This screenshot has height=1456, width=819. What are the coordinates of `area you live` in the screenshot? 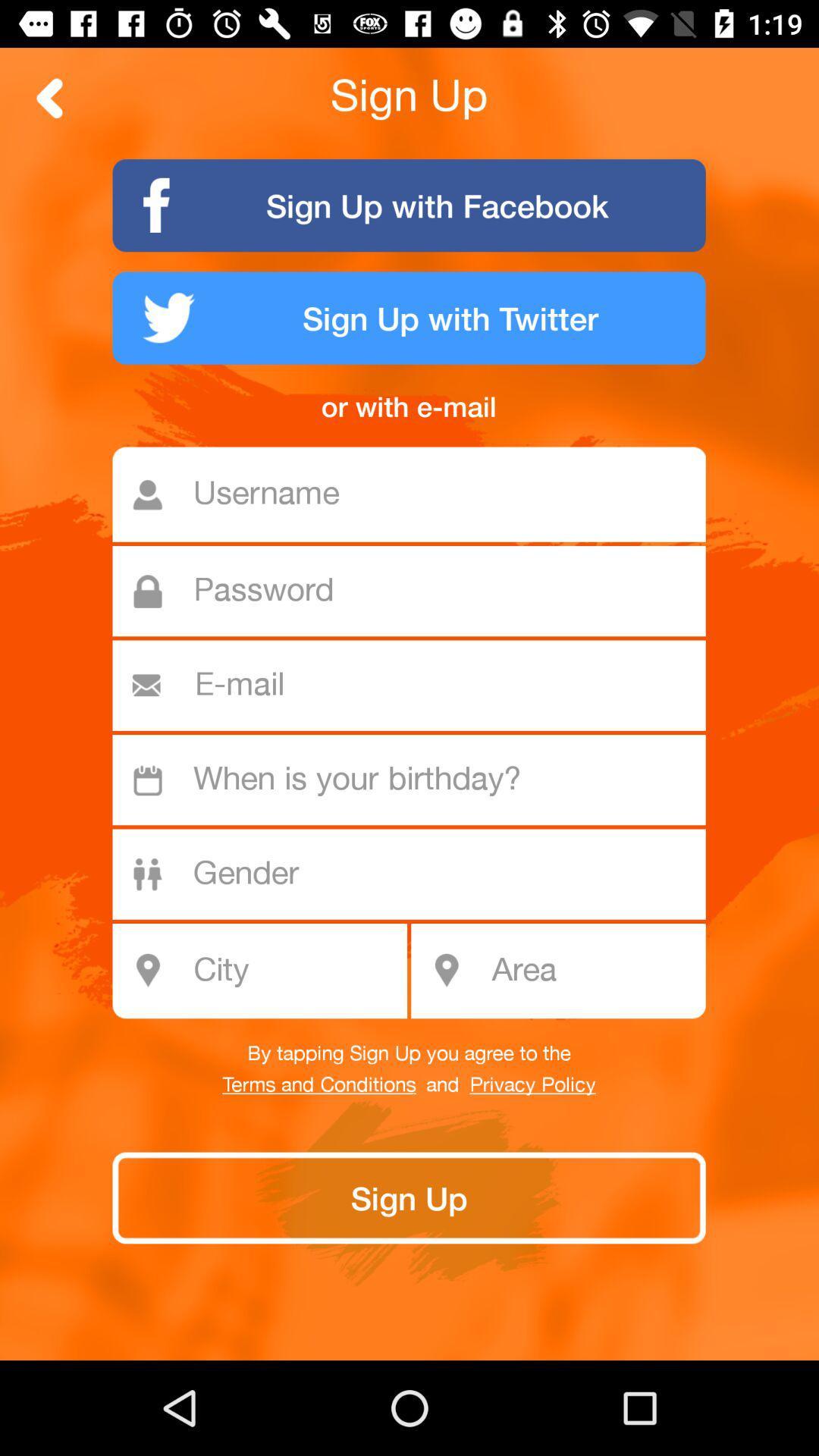 It's located at (593, 971).